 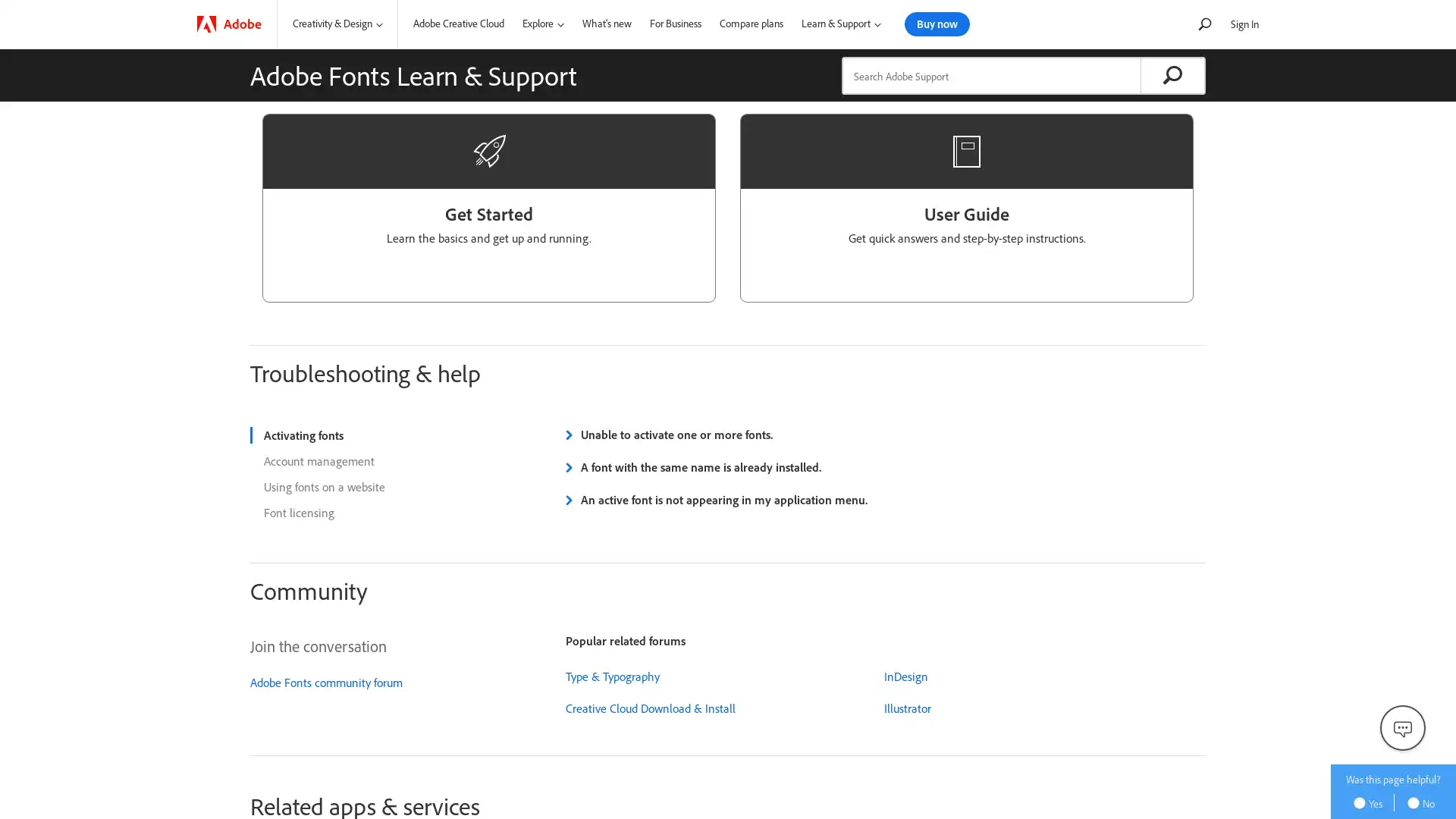 What do you see at coordinates (714, 500) in the screenshot?
I see `An active font is not appearing in my application menu.` at bounding box center [714, 500].